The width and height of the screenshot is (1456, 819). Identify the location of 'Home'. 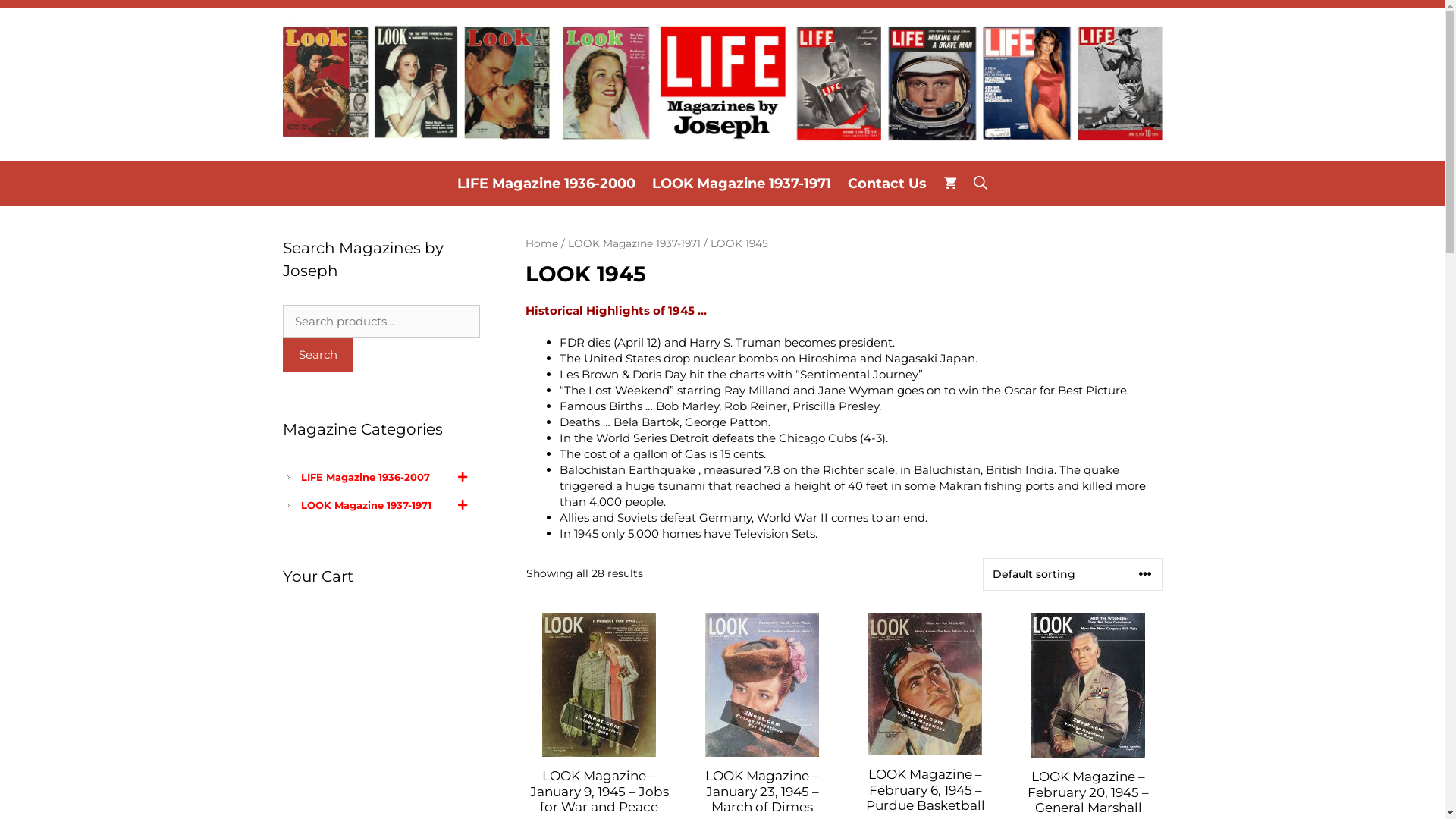
(524, 242).